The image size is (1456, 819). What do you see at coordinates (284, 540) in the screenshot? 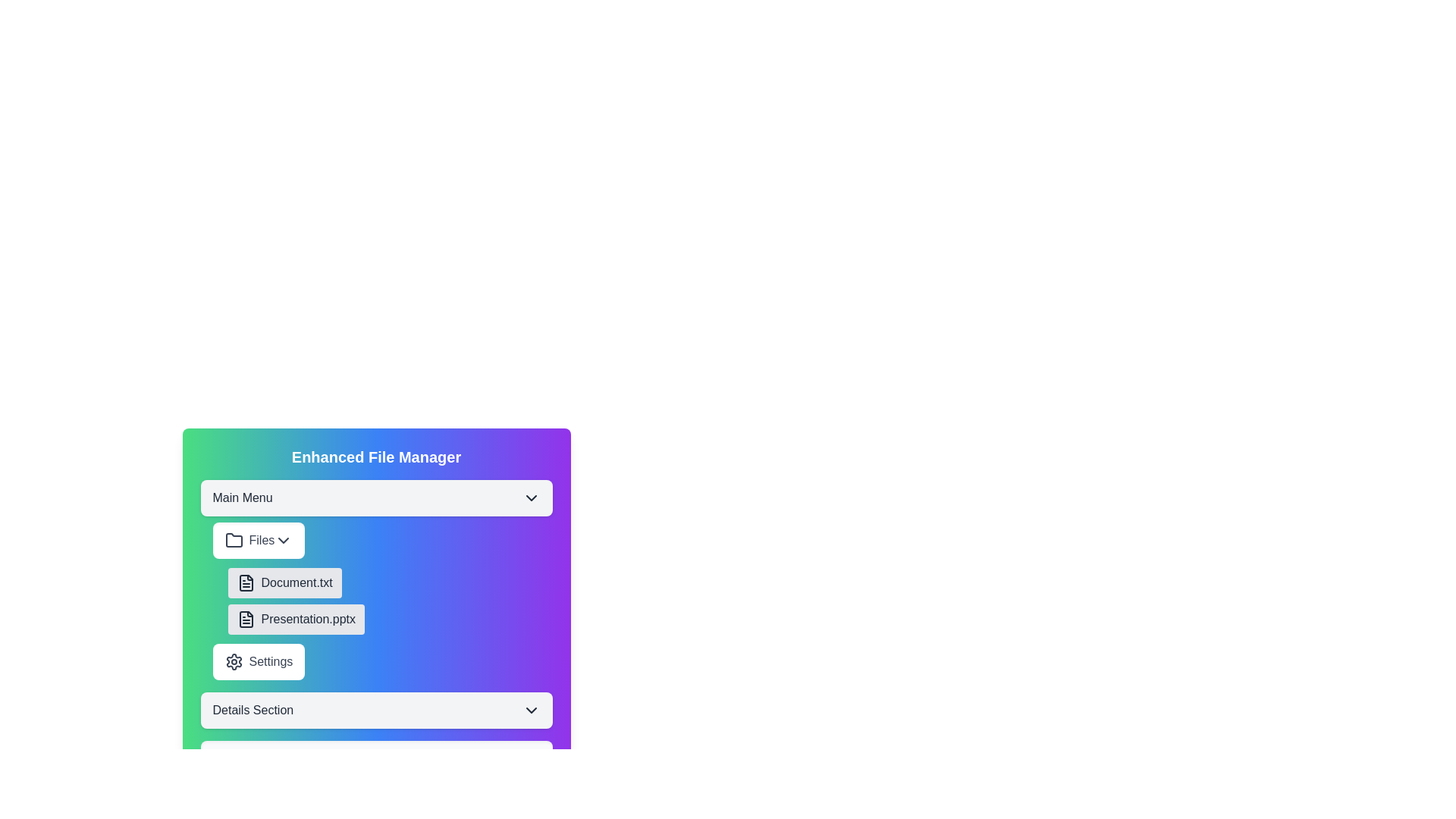
I see `the downward-pointing chevron icon located to the right of the text 'Files'` at bounding box center [284, 540].